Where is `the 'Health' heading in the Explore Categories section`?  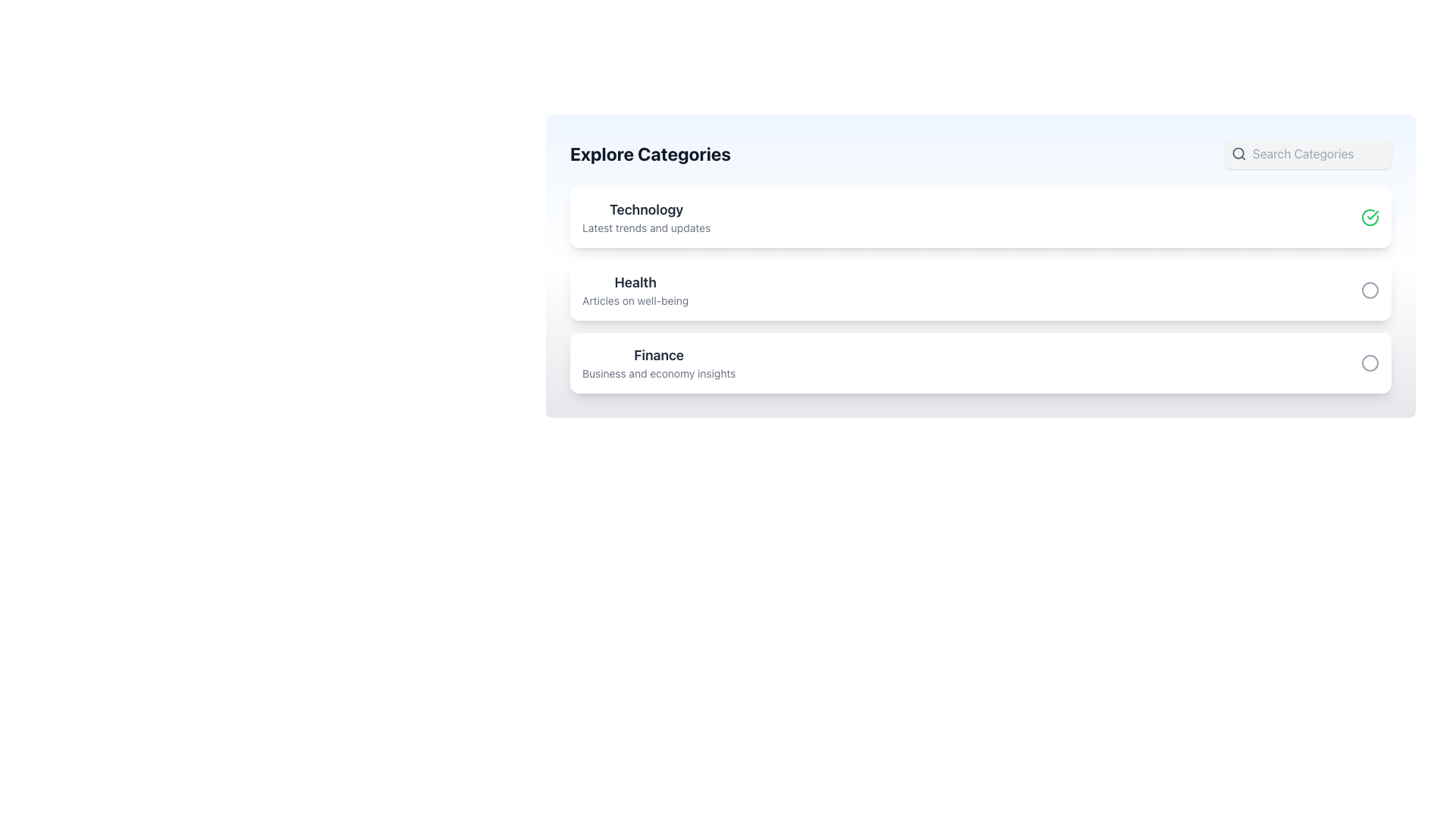
the 'Health' heading in the Explore Categories section is located at coordinates (635, 290).